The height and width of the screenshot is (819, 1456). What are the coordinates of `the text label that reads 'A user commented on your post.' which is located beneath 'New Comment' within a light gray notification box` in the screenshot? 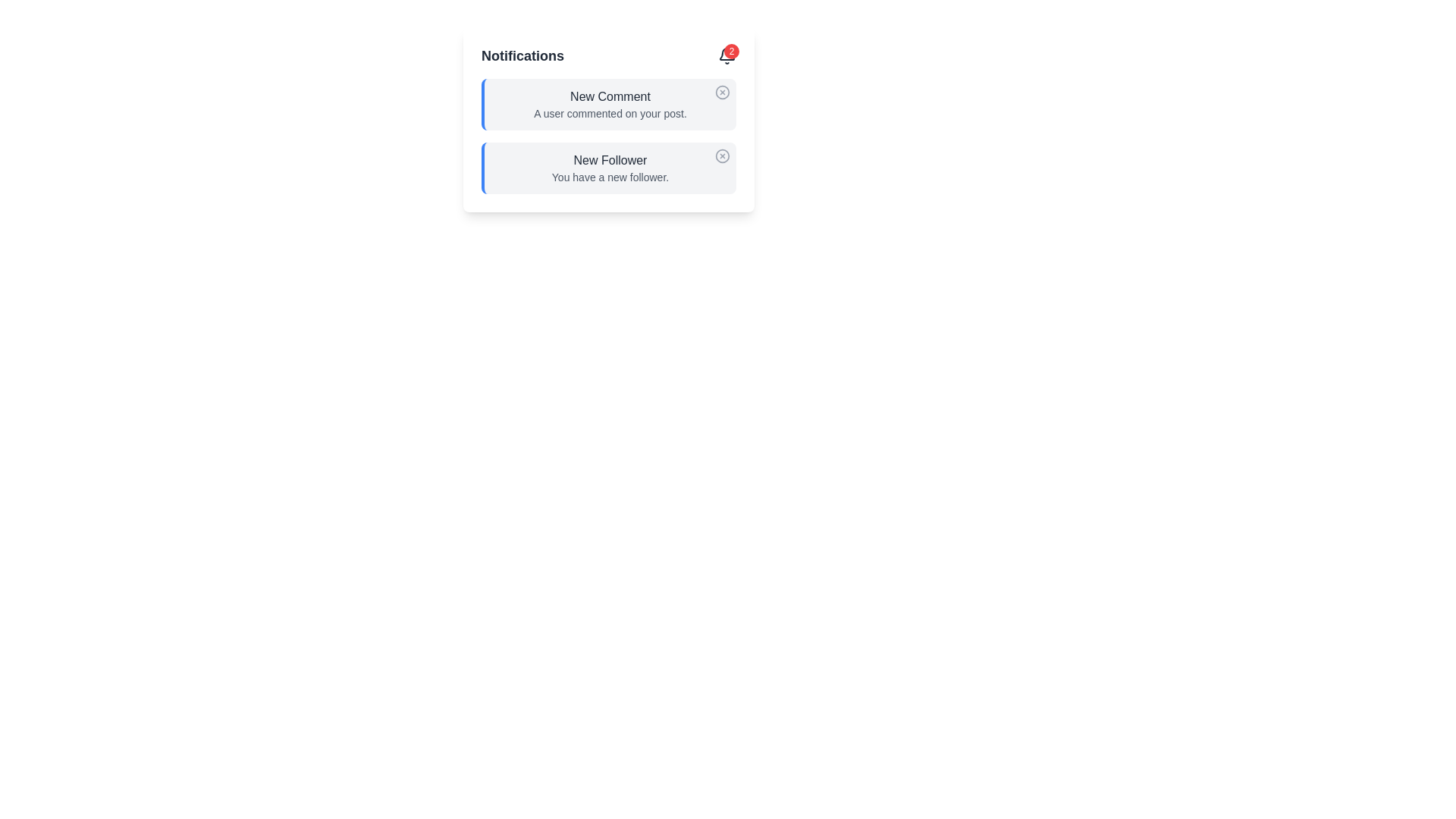 It's located at (610, 113).